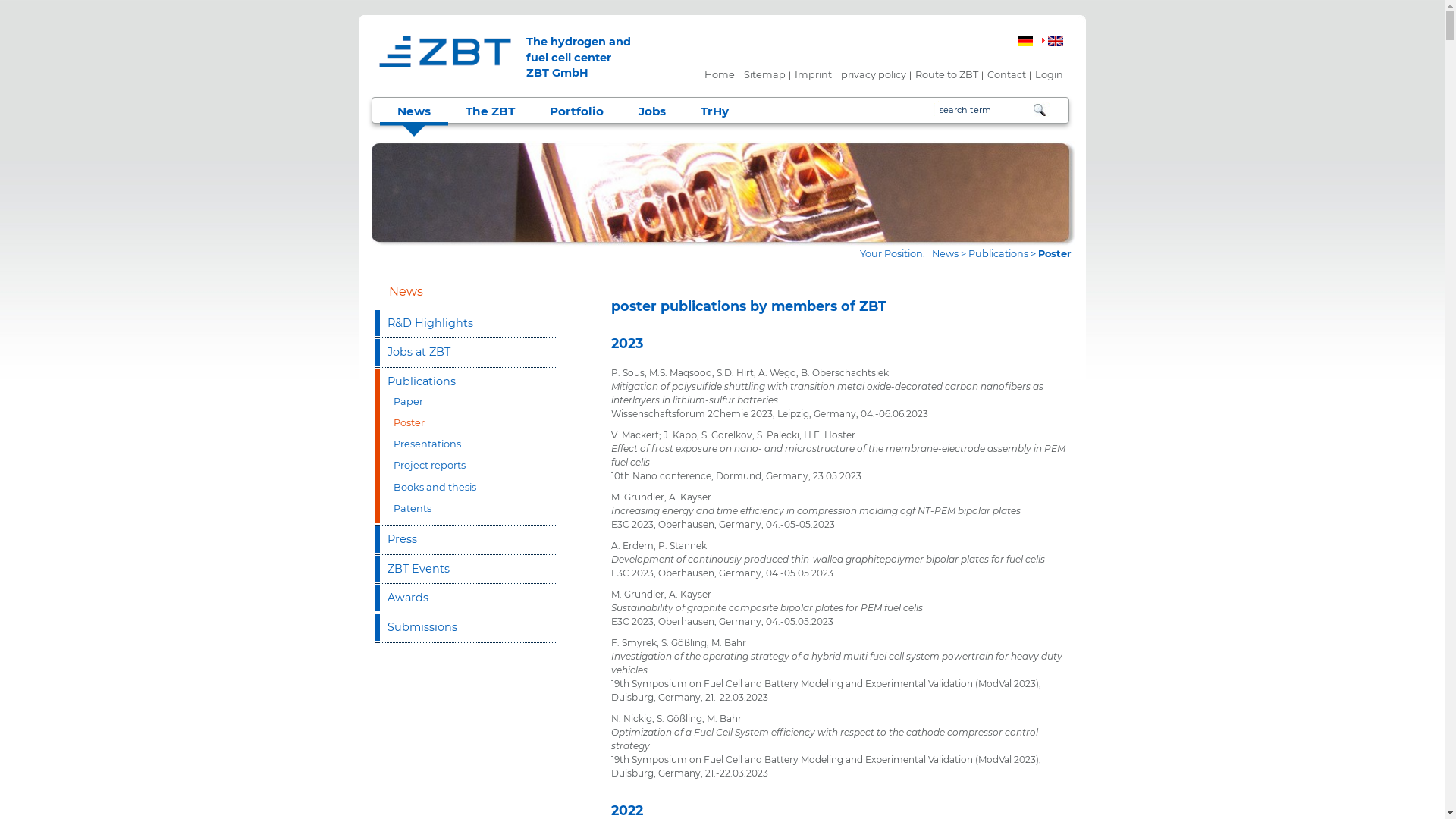  I want to click on 'Contact', so click(1006, 75).